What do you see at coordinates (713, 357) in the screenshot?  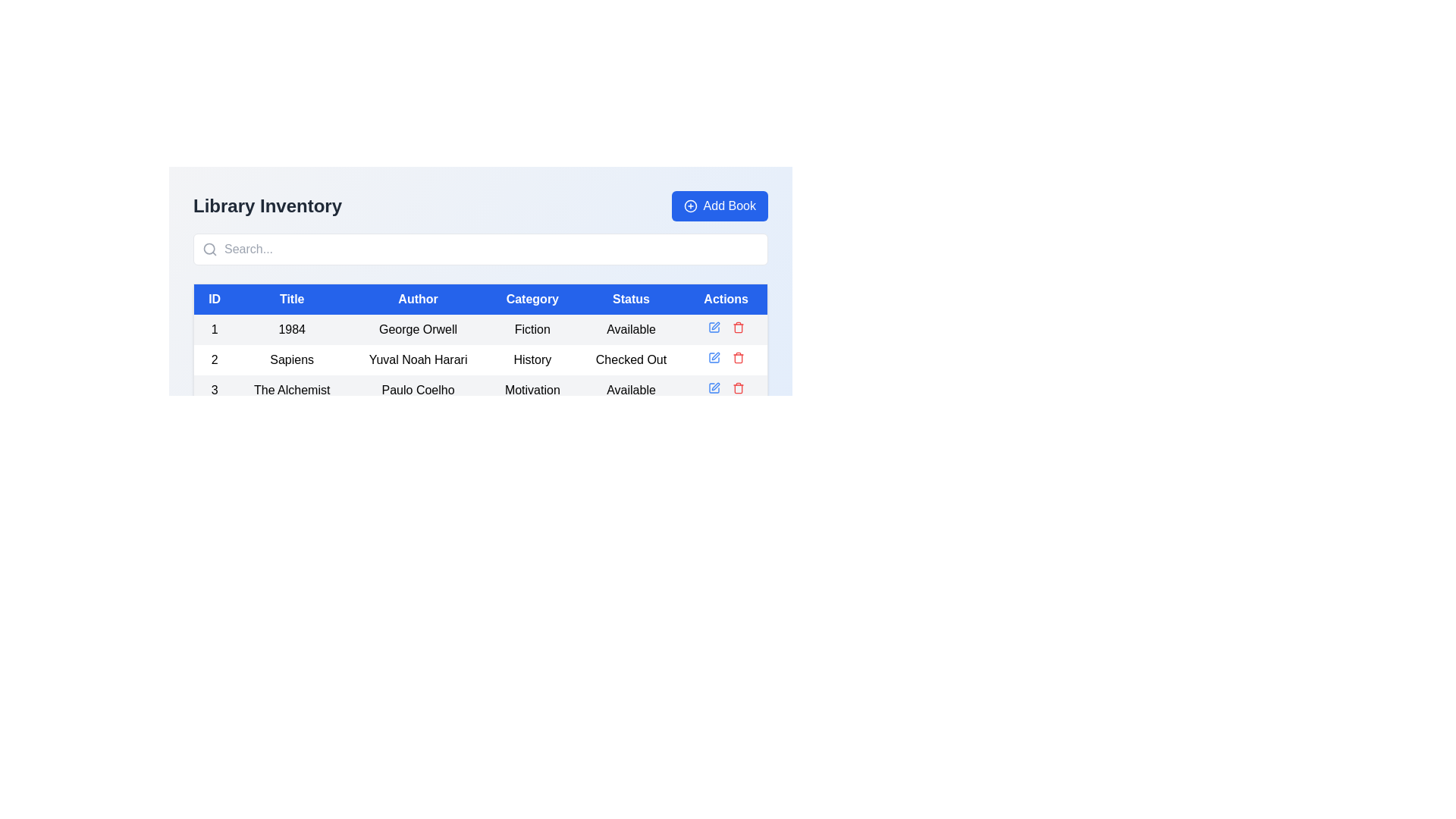 I see `the icon in the 'Actions' column associated with the second row of the table, which represents an action related to editing or interacting with the row data` at bounding box center [713, 357].